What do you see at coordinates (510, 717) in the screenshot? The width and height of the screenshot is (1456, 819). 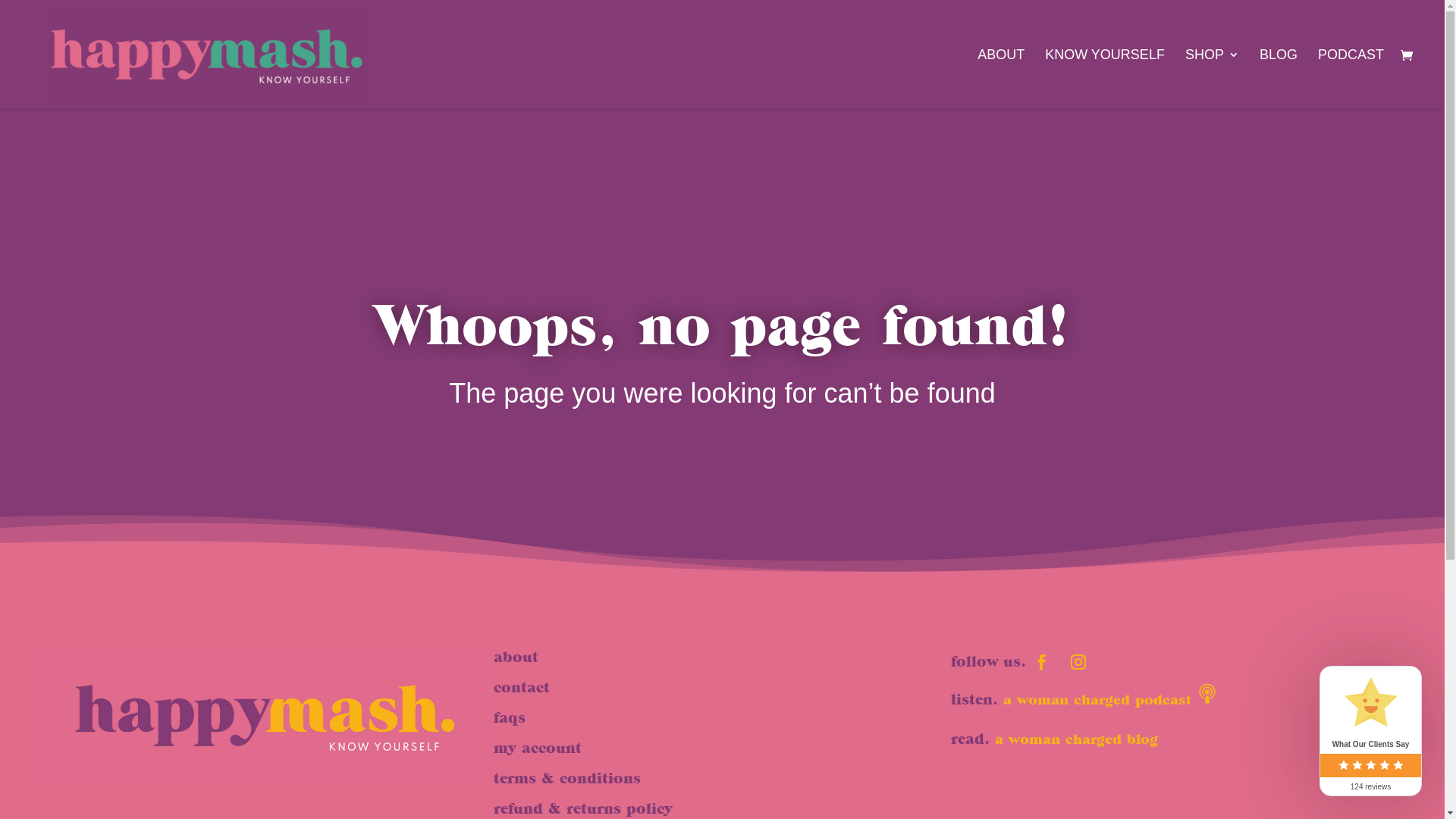 I see `'faqs'` at bounding box center [510, 717].